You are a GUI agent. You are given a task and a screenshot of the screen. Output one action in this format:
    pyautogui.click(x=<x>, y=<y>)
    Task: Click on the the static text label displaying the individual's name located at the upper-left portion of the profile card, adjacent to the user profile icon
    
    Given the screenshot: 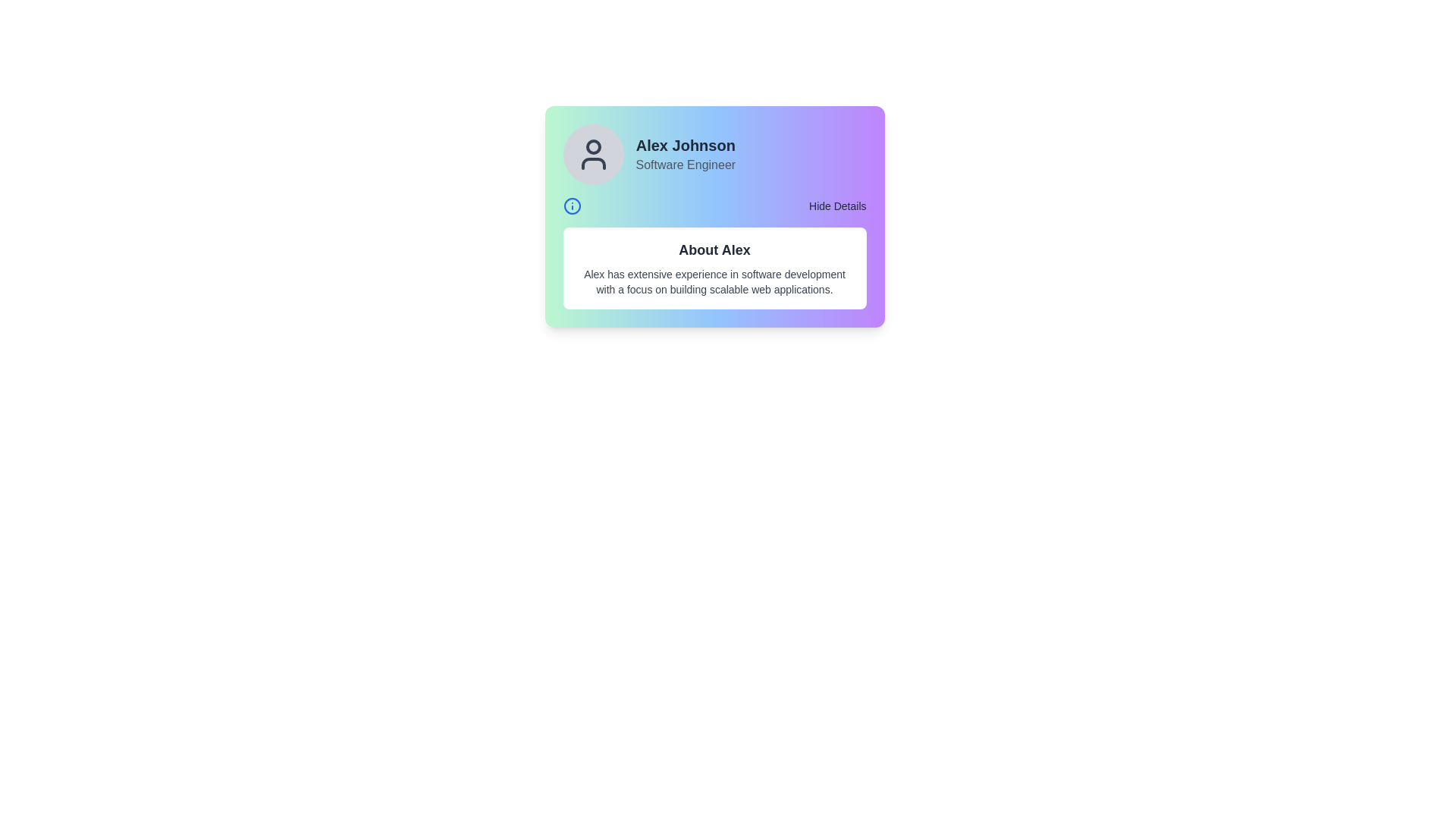 What is the action you would take?
    pyautogui.click(x=685, y=146)
    